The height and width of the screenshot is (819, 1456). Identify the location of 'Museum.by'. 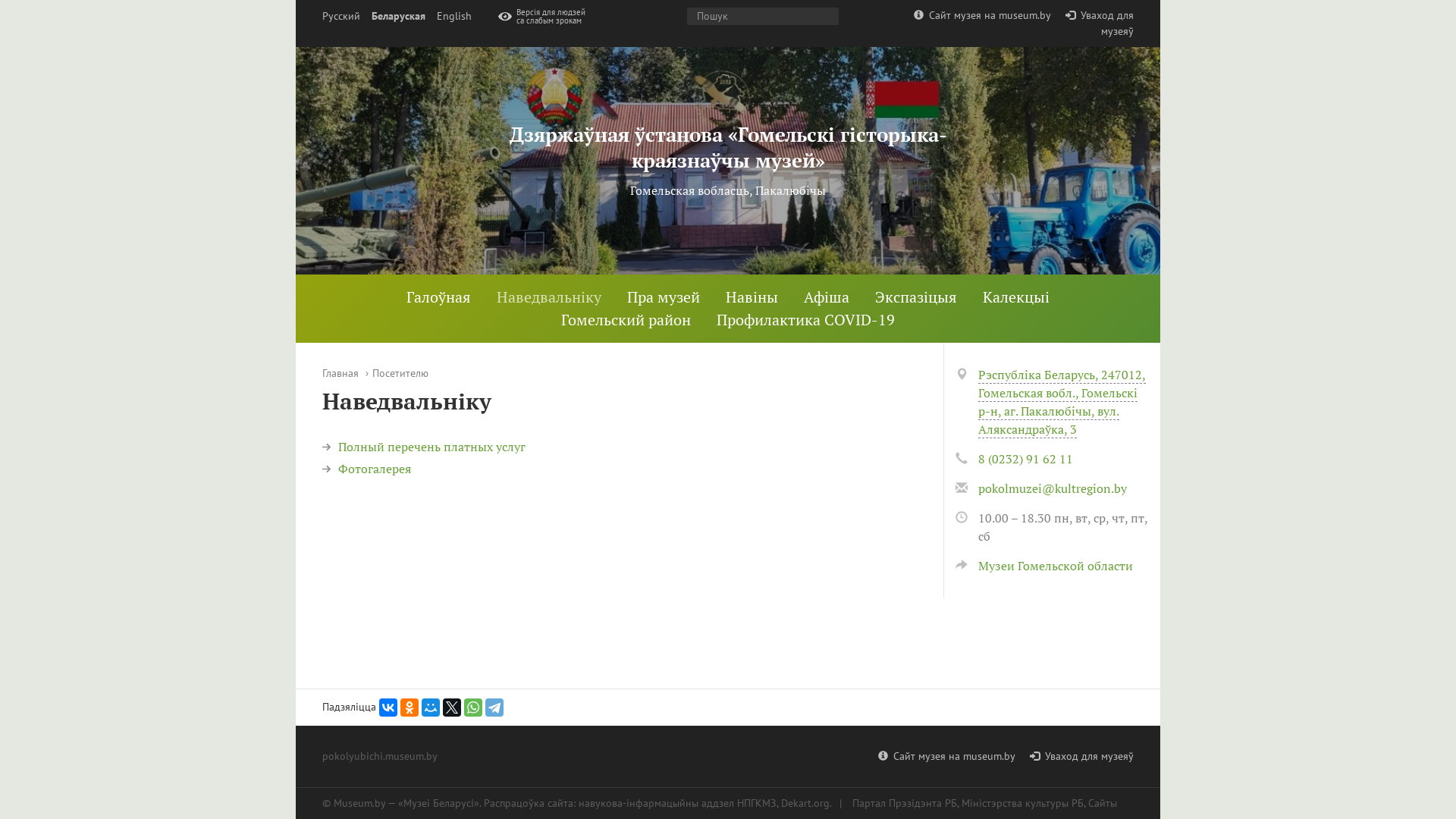
(359, 802).